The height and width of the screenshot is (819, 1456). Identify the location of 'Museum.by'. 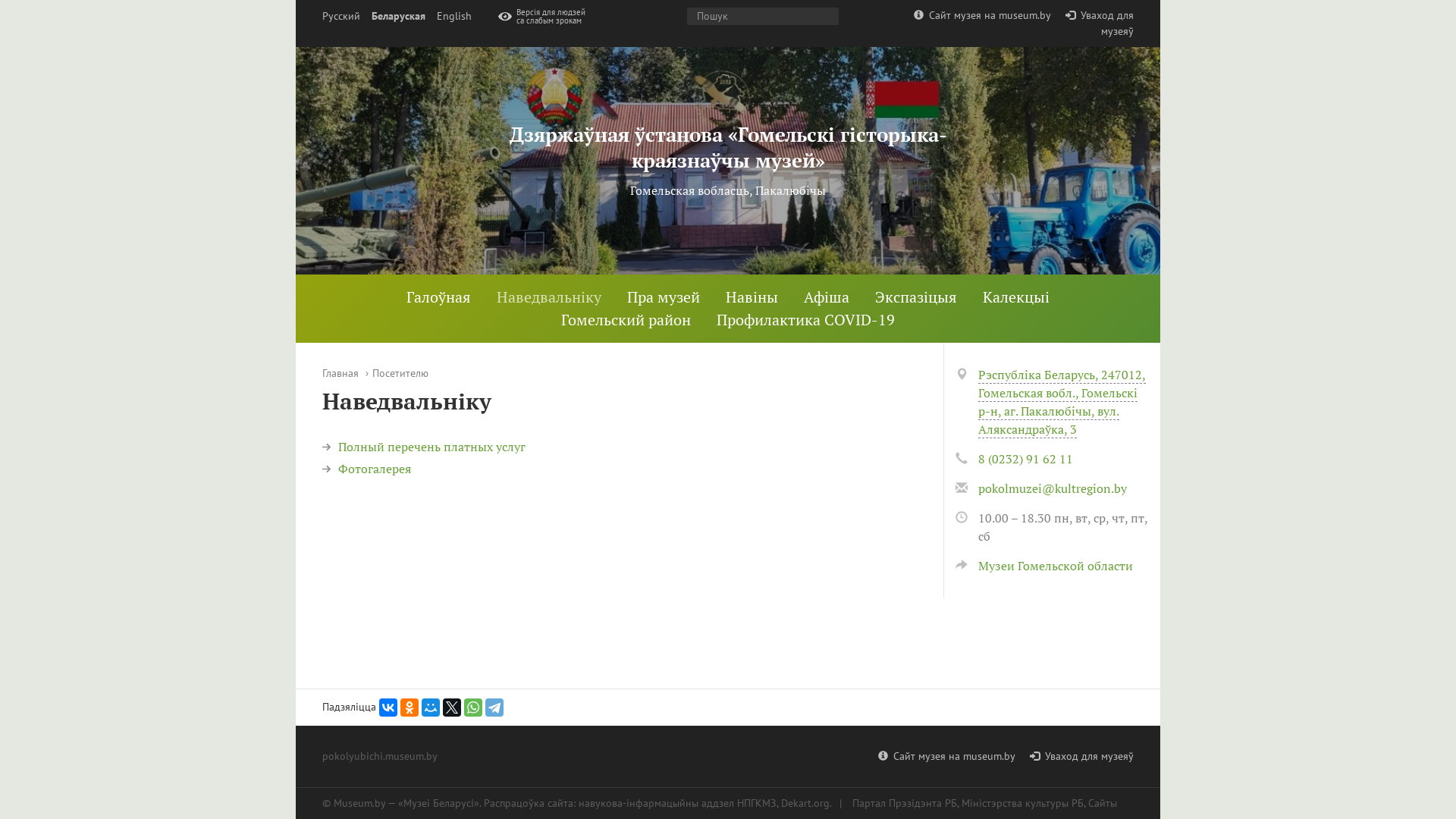
(359, 802).